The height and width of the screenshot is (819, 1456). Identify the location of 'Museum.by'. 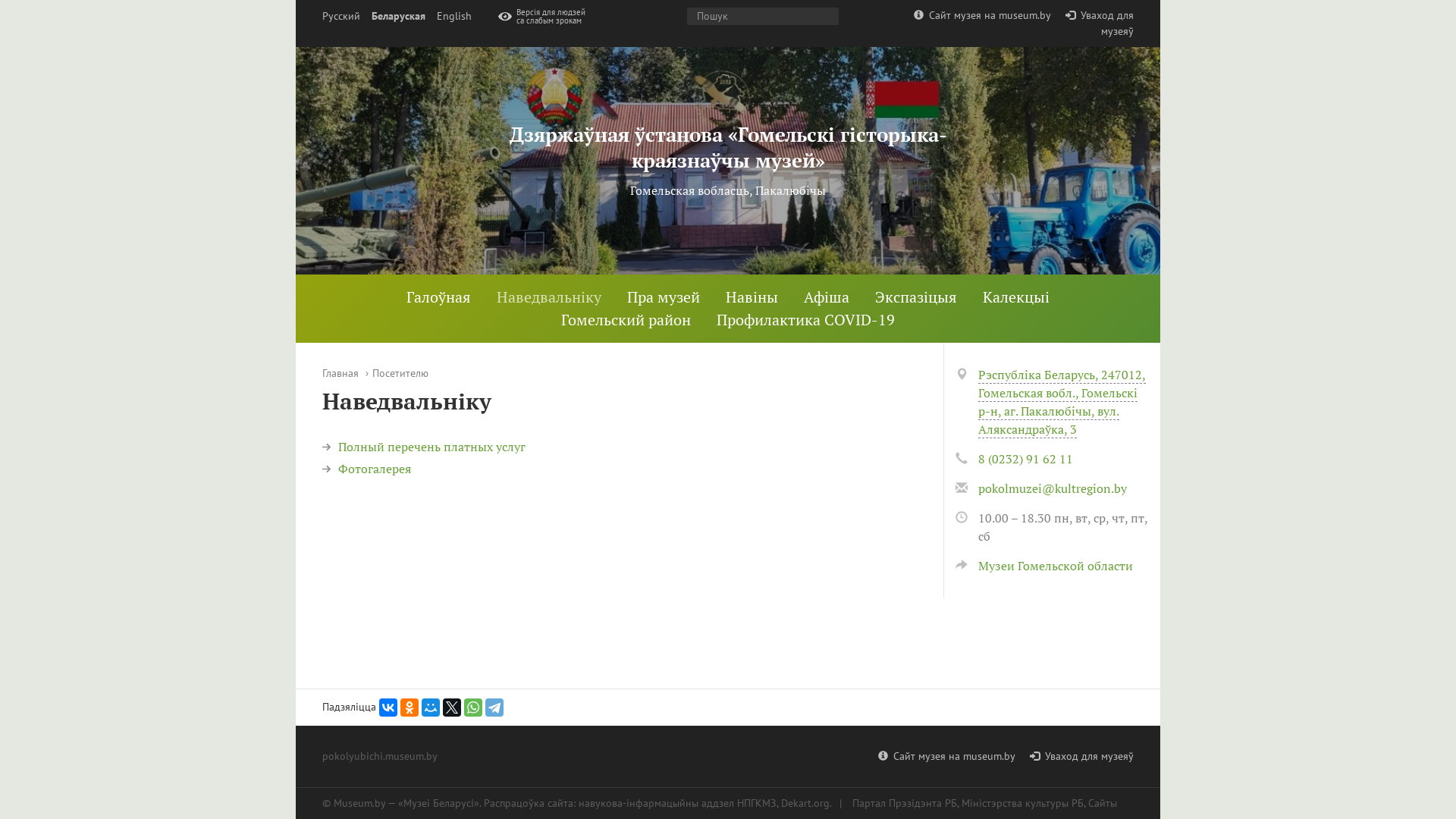
(359, 802).